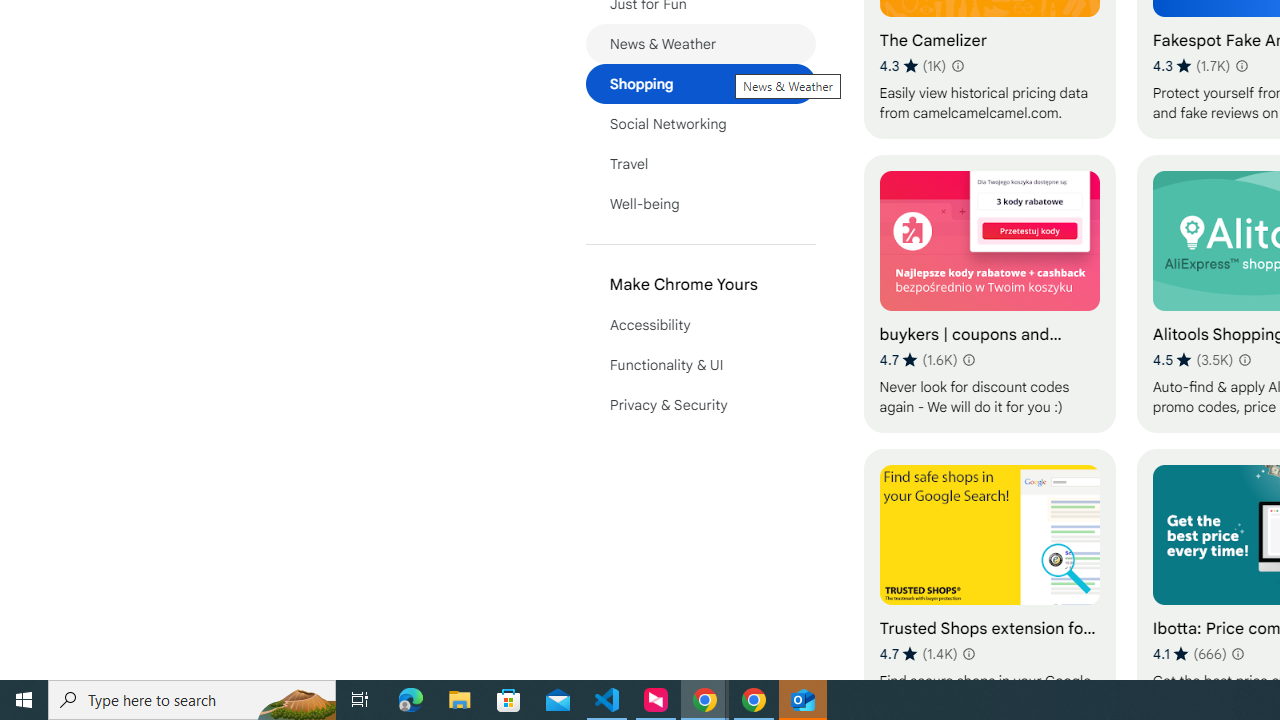  Describe the element at coordinates (912, 65) in the screenshot. I see `'Average rating 4.3 out of 5 stars. 1K ratings.'` at that location.